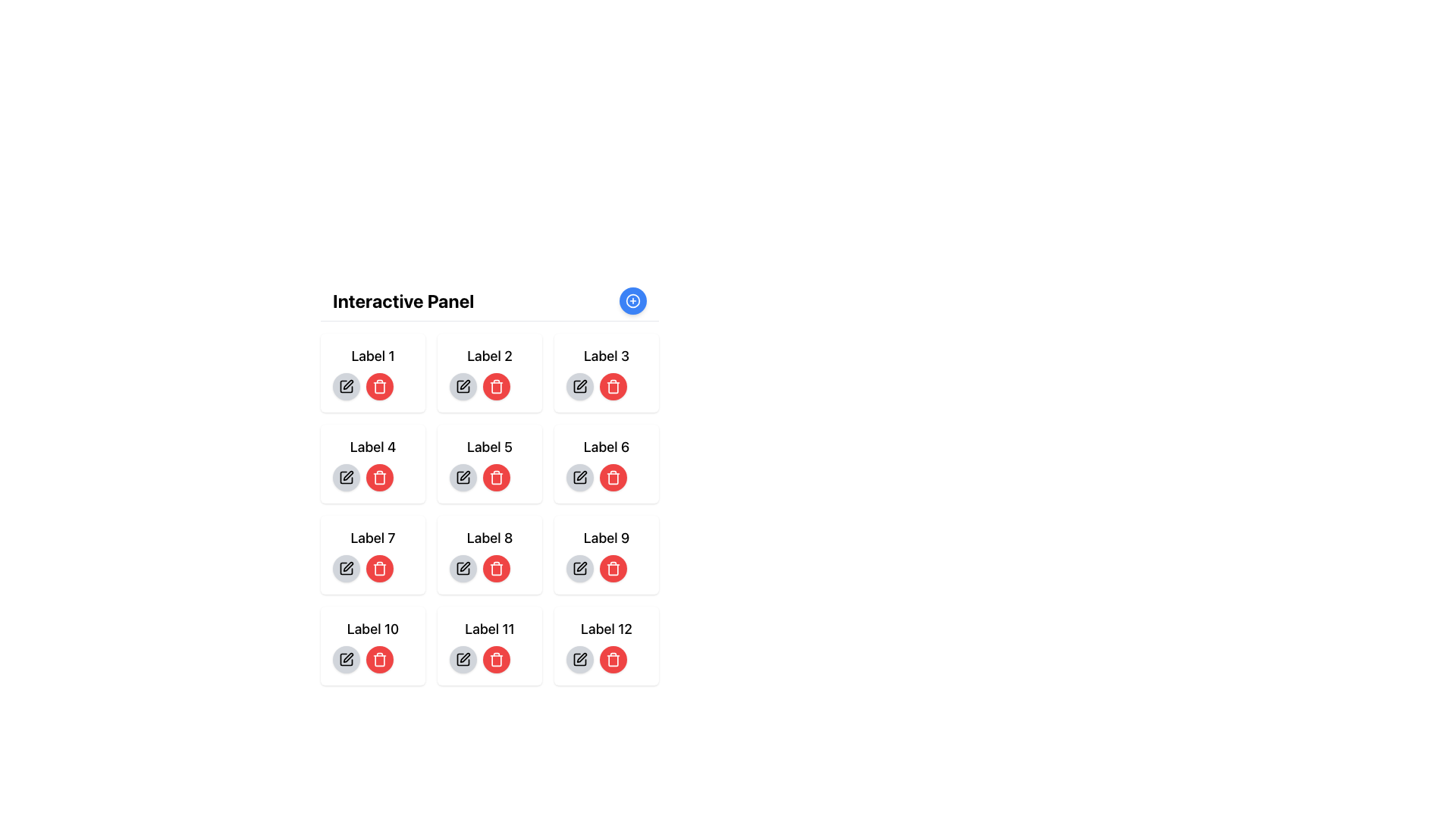 This screenshot has height=819, width=1456. I want to click on the delete button associated with 'Label 3' to interact, so click(613, 385).